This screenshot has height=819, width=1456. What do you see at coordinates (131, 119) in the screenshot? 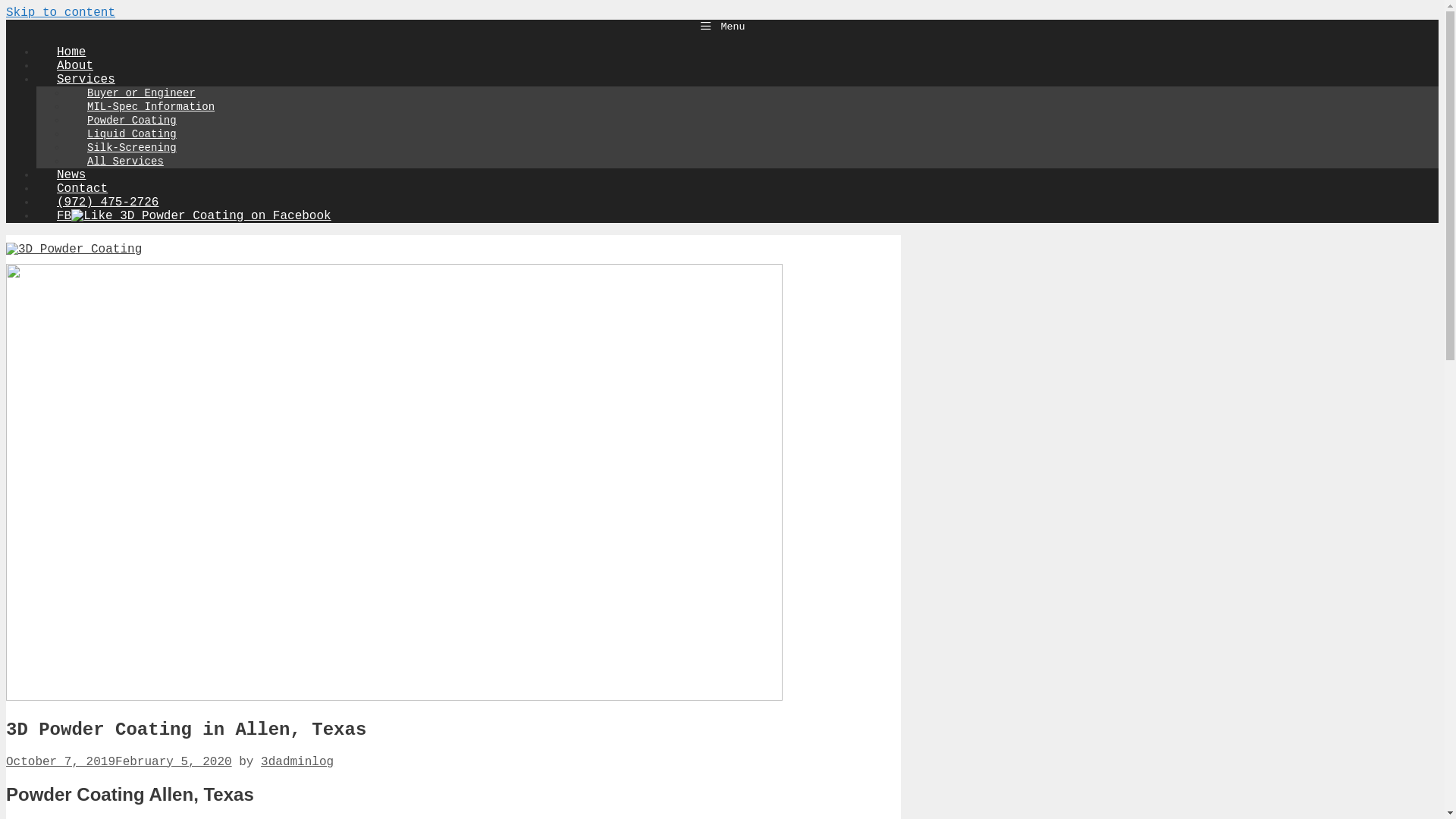
I see `'Powder Coating'` at bounding box center [131, 119].